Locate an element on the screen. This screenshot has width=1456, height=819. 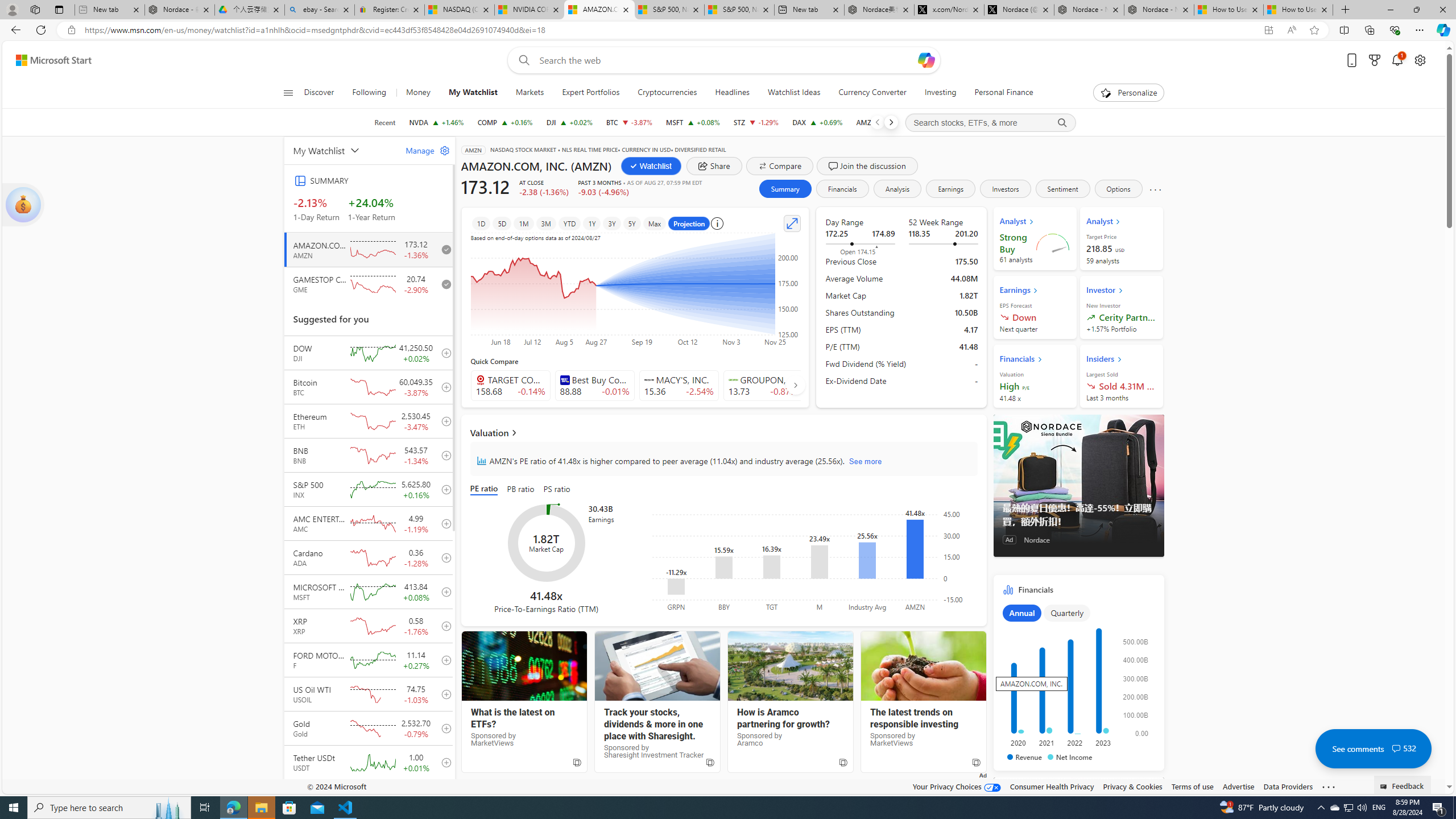
'MSFT MICROSOFT CORPORATION increase 413.84 +0.35 +0.08%' is located at coordinates (693, 122).